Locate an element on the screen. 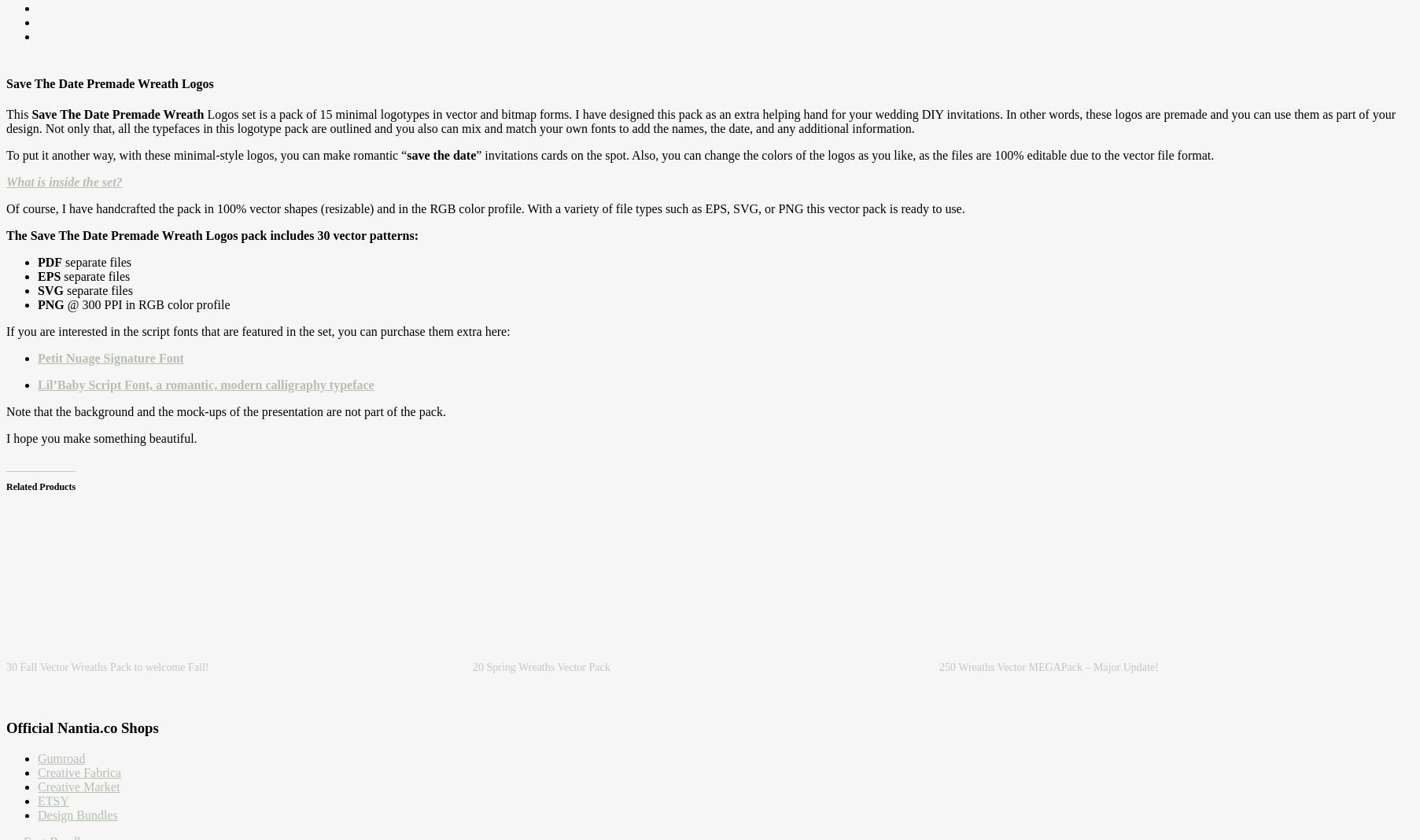 The width and height of the screenshot is (1420, 840). 'Petit Nuage Signature Font' is located at coordinates (109, 358).